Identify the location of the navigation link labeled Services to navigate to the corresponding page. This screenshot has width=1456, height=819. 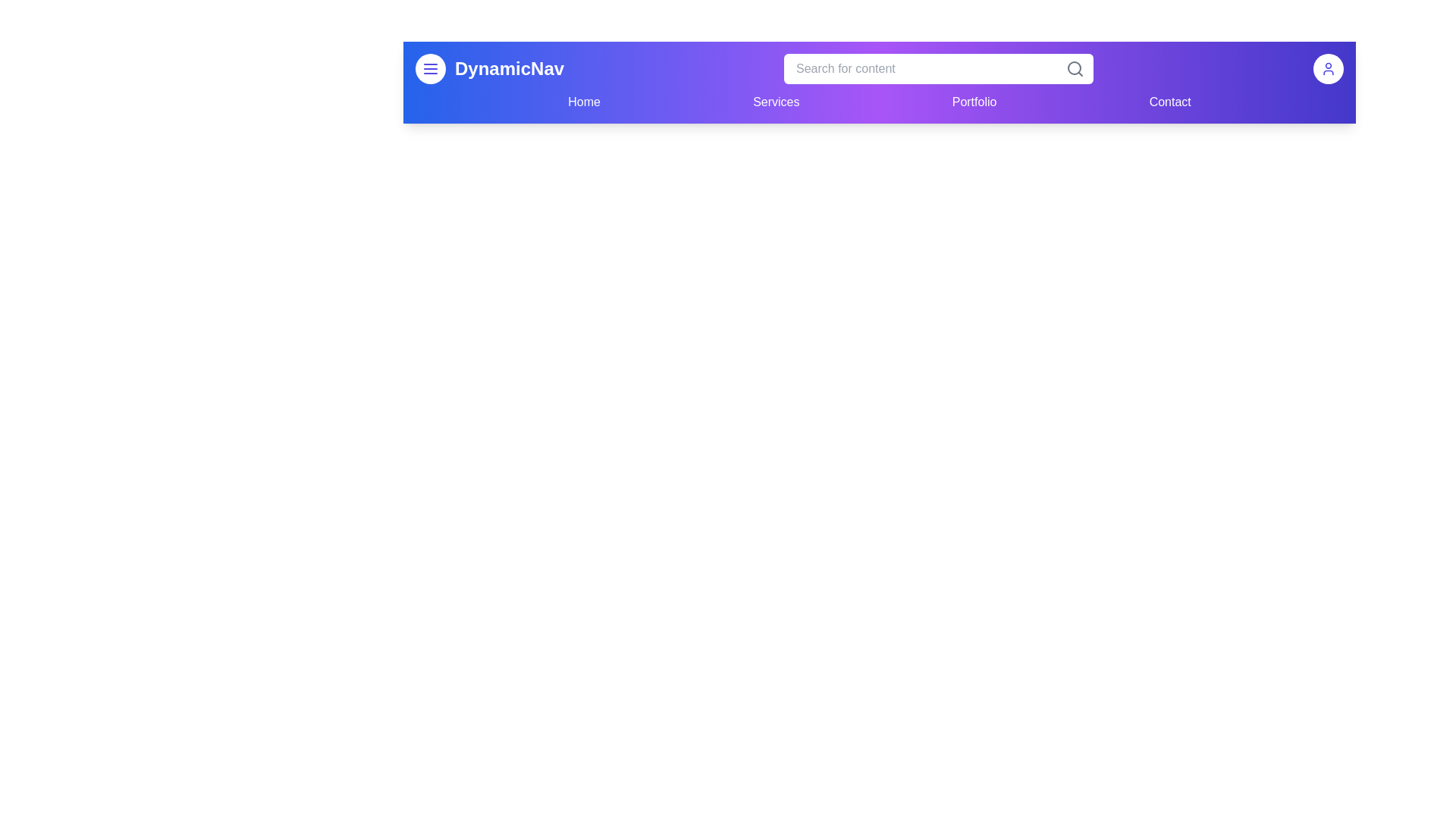
(776, 102).